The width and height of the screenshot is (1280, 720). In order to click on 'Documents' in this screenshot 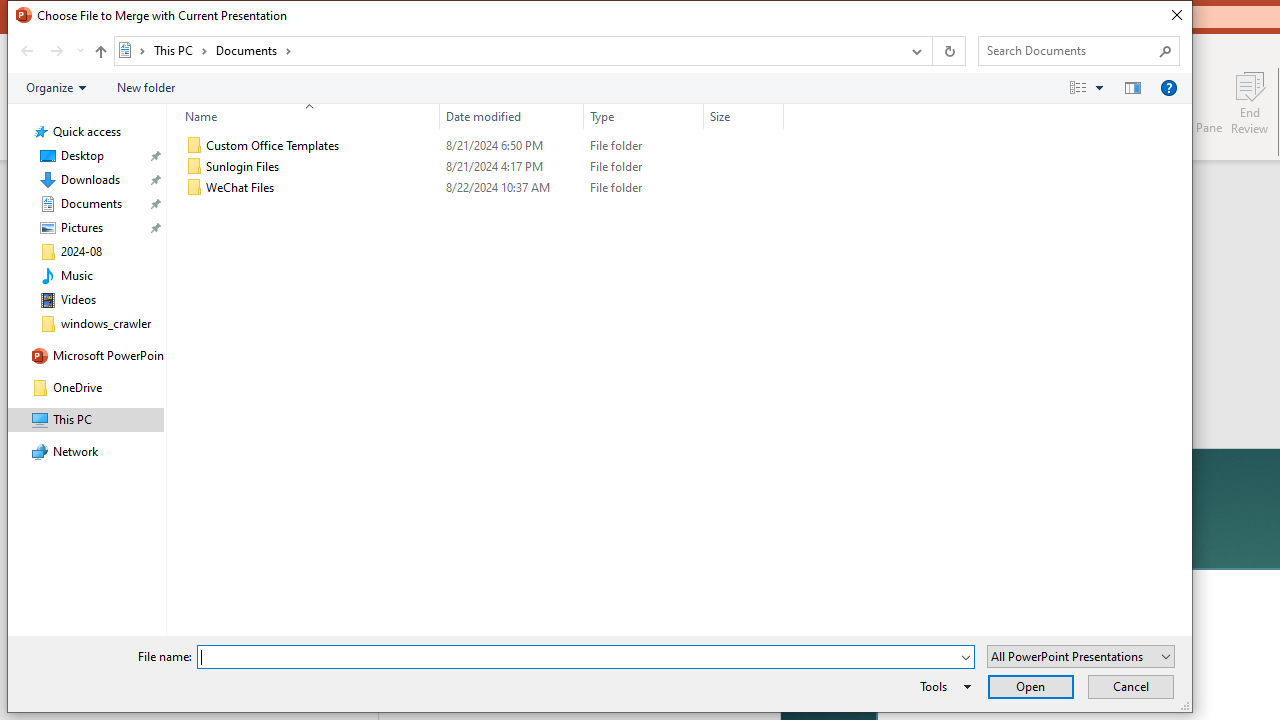, I will do `click(253, 49)`.